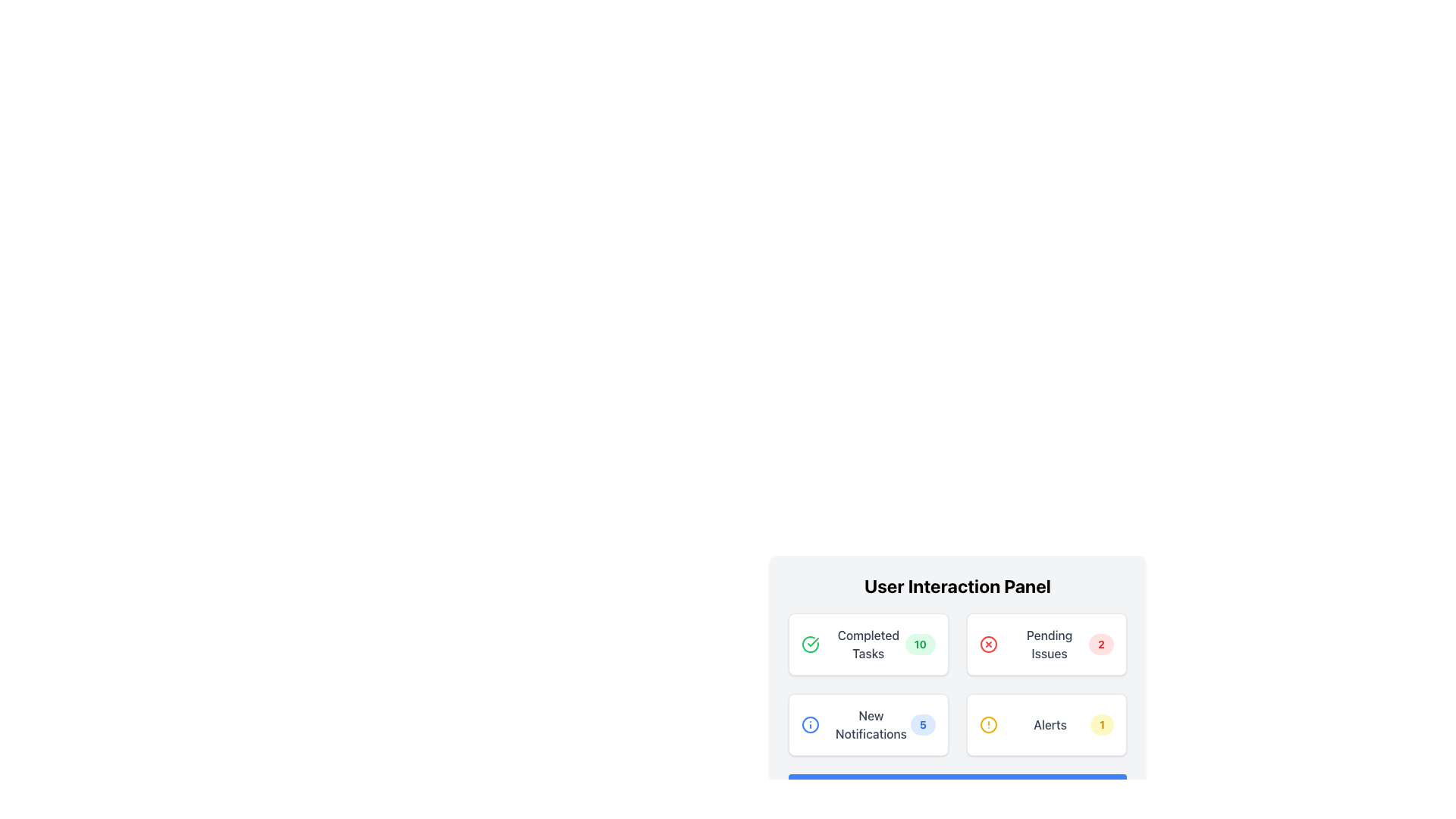  What do you see at coordinates (1102, 724) in the screenshot?
I see `the Notification Badge displaying the number '1' with a pale yellow background located at the top-right corner of the Alerts card` at bounding box center [1102, 724].